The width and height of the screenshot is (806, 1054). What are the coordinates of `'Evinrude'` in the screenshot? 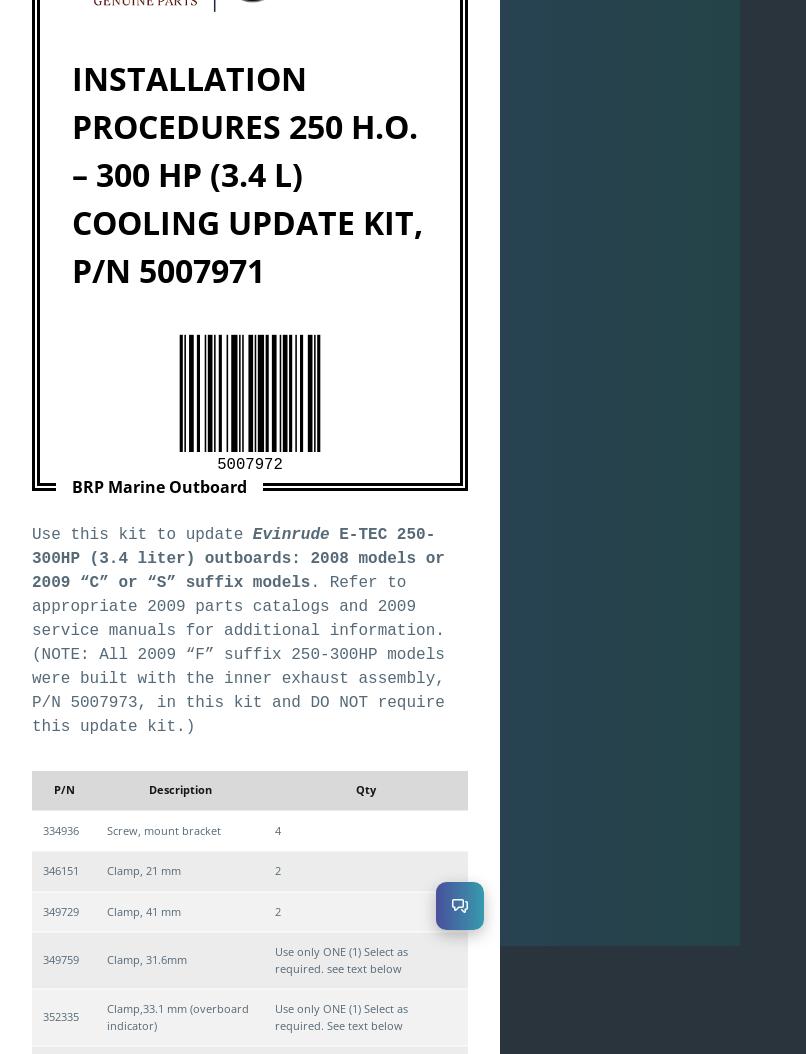 It's located at (290, 535).